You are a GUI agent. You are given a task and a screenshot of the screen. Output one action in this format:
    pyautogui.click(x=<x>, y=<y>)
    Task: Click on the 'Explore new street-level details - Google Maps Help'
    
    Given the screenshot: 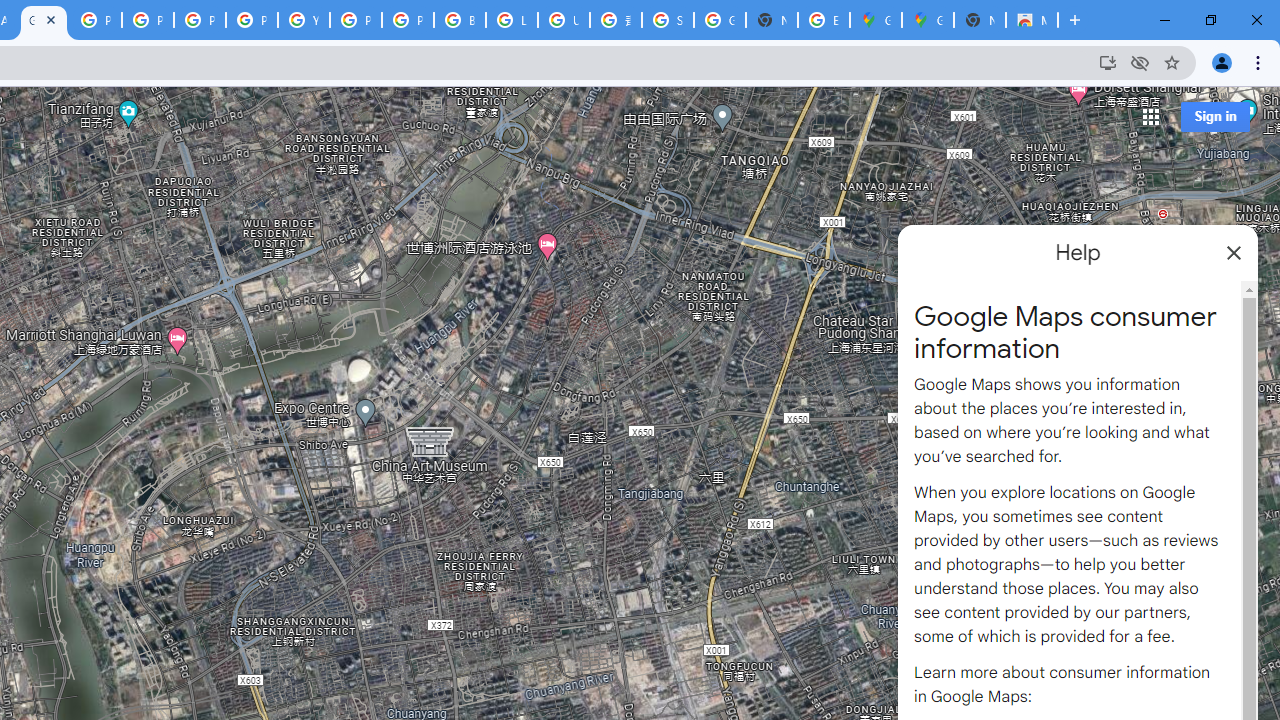 What is the action you would take?
    pyautogui.click(x=823, y=20)
    